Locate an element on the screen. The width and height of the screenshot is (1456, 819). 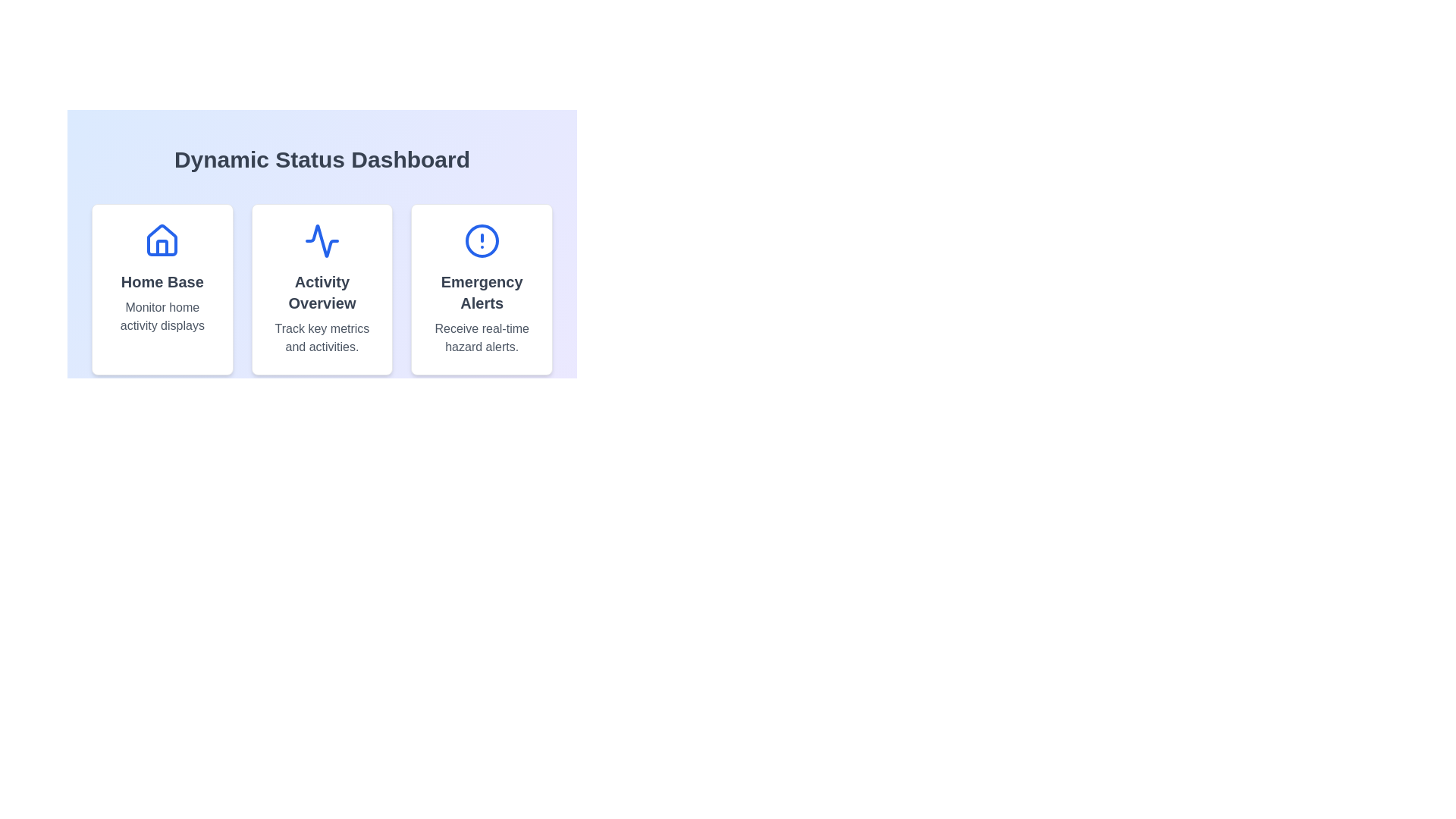
the static text label titled 'Activity Overview', which is styled prominently with a larger bold font and gray color, located in the middle card of three horizontal cards is located at coordinates (321, 292).